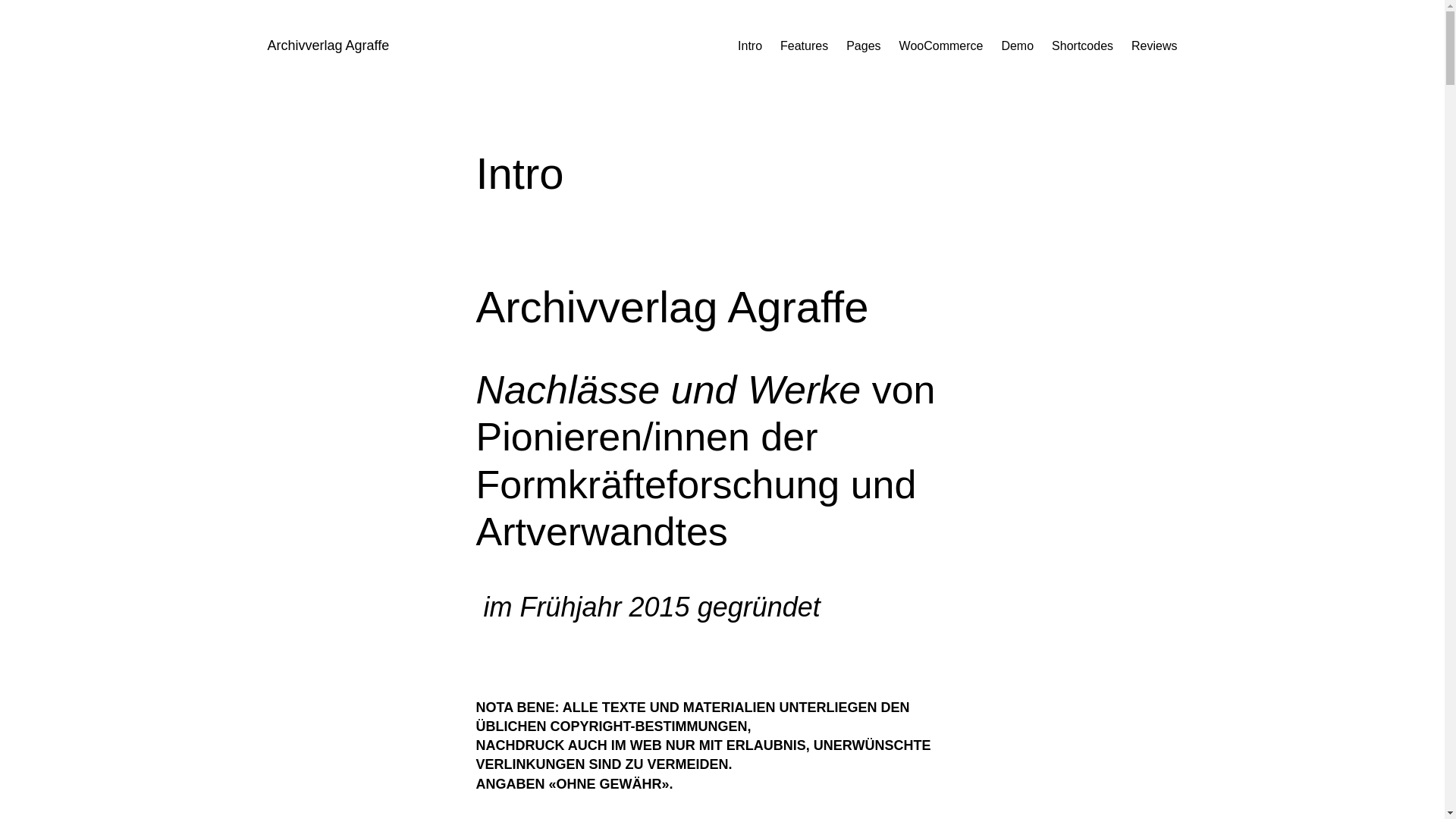 The height and width of the screenshot is (819, 1456). I want to click on 'Demo', so click(1001, 45).